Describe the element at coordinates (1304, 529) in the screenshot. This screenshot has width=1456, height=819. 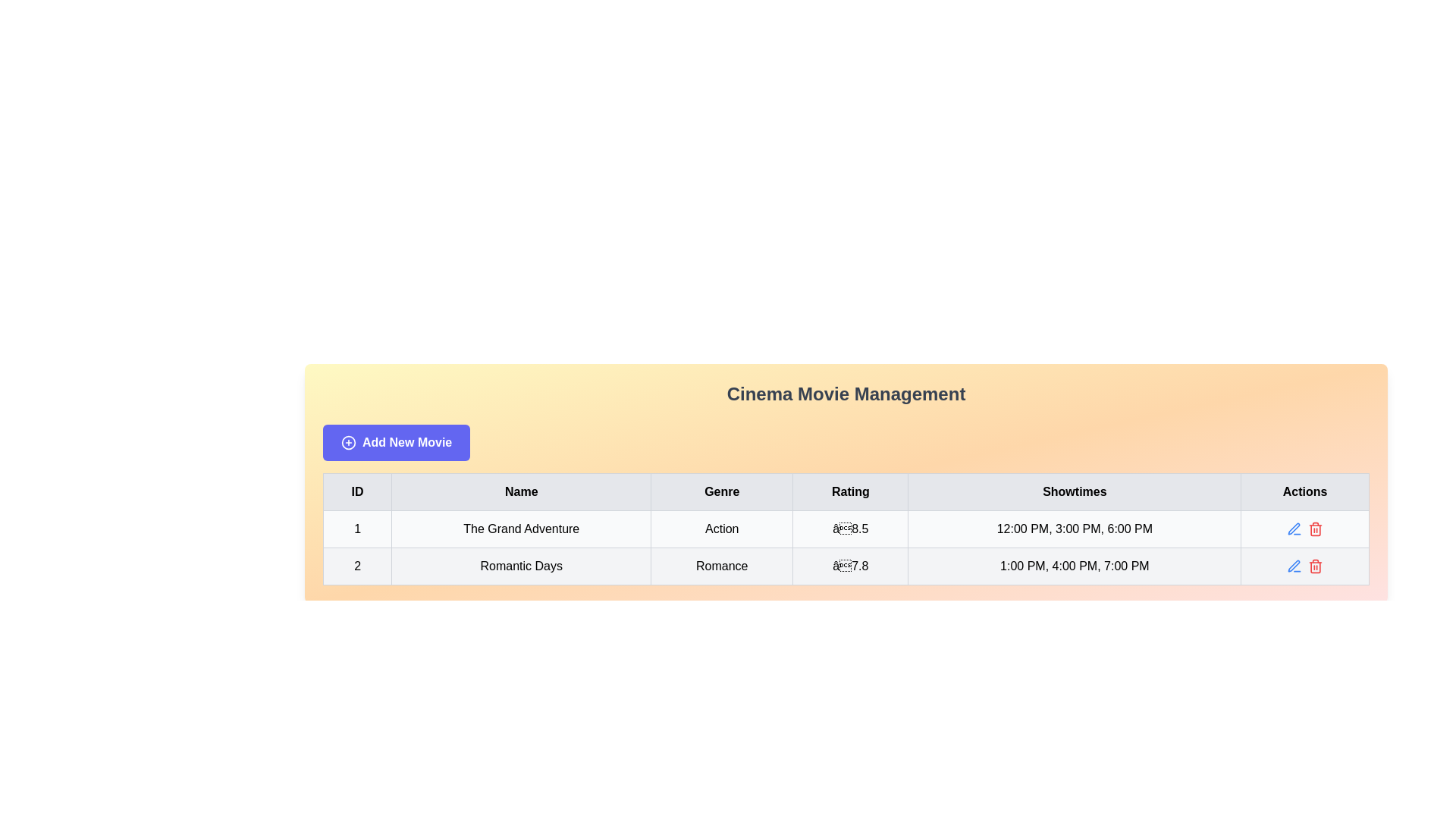
I see `the blue pencil icon in the Actions cell of the first row to initiate editing` at that location.